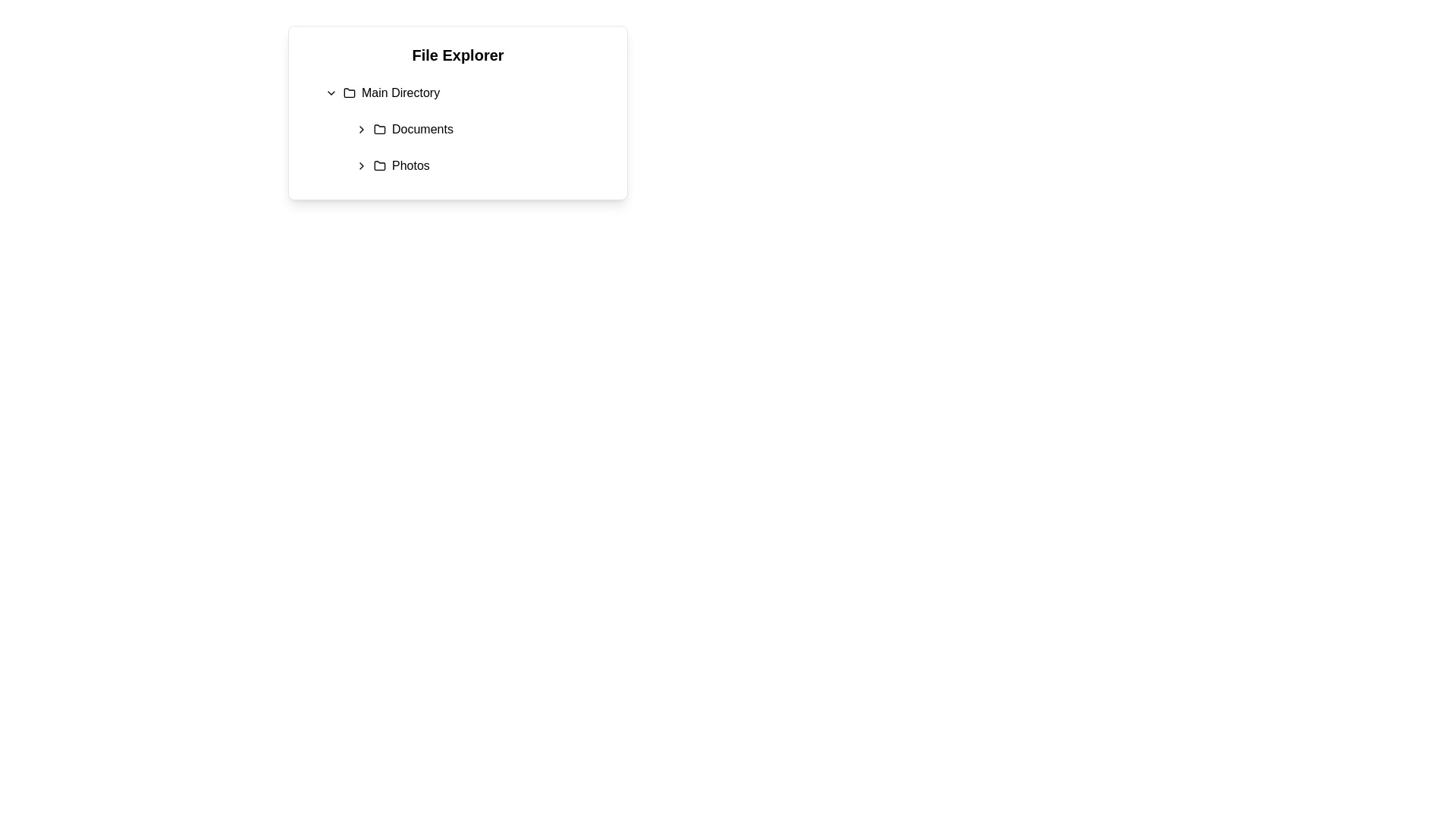 The image size is (1456, 819). Describe the element at coordinates (479, 166) in the screenshot. I see `the 'Photos' folder entry in the file explorer` at that location.